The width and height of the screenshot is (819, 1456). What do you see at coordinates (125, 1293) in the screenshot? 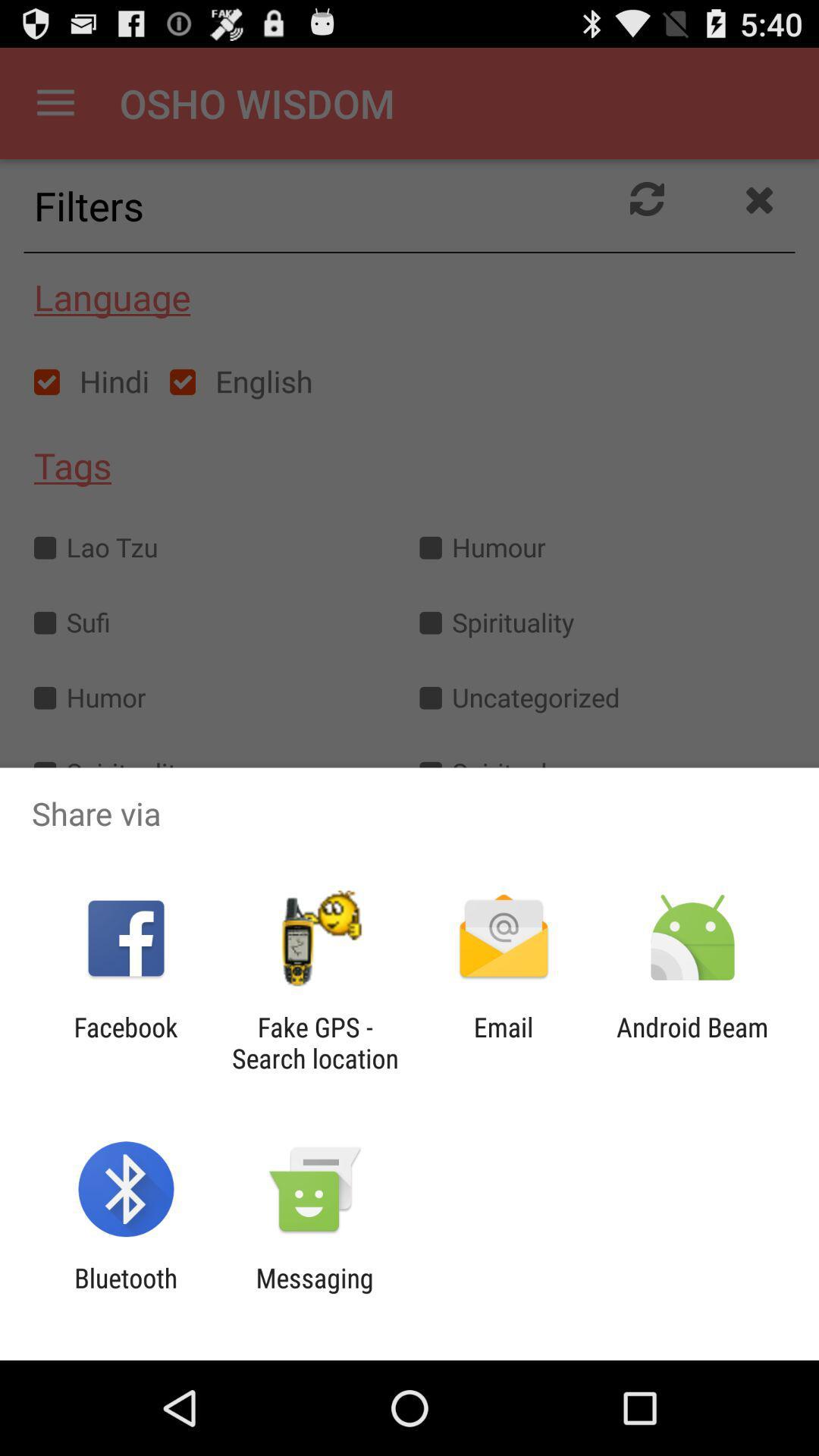
I see `the icon to the left of the messaging item` at bounding box center [125, 1293].